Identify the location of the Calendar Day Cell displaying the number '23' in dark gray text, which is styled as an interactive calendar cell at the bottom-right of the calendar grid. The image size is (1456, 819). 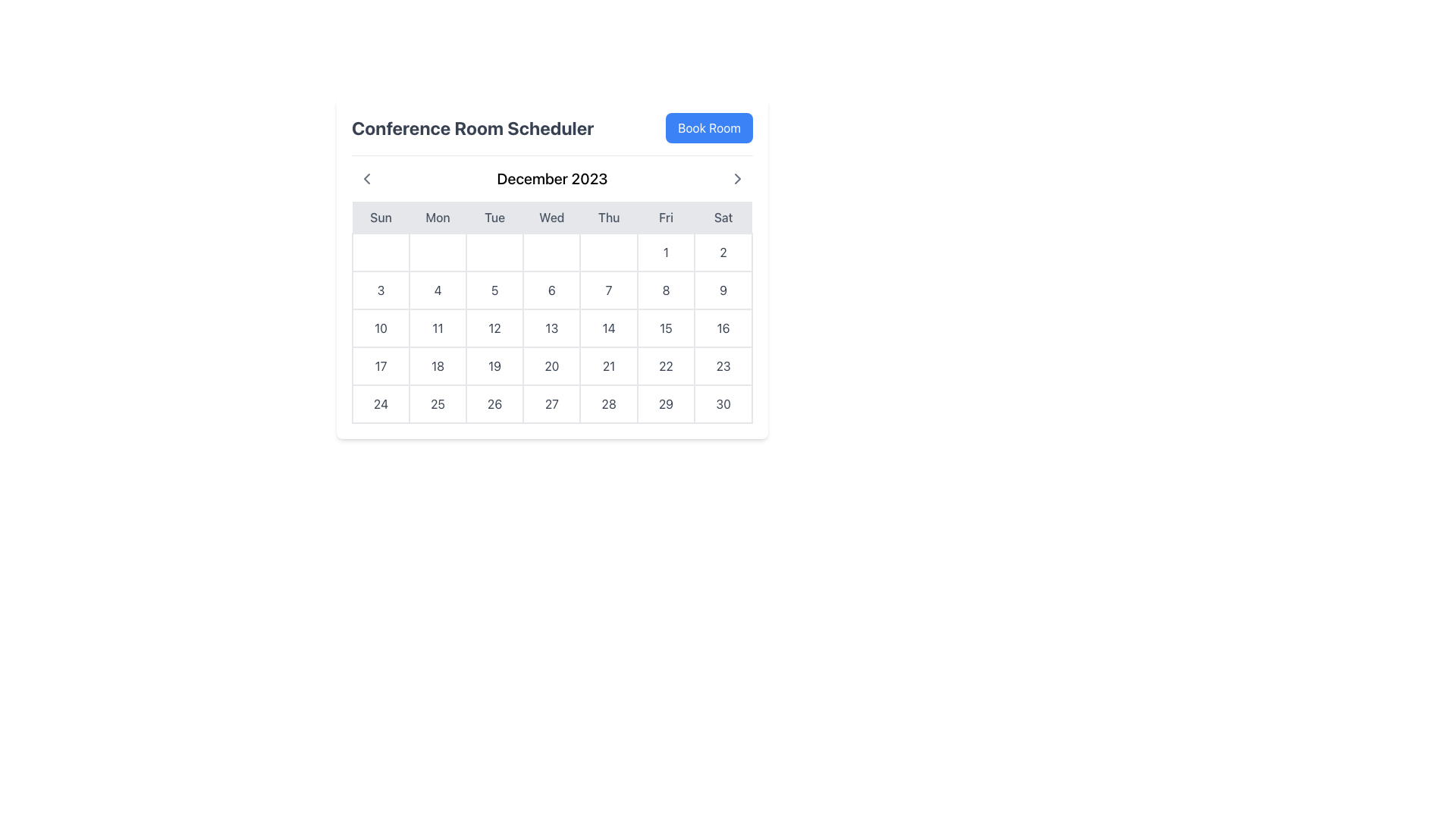
(723, 366).